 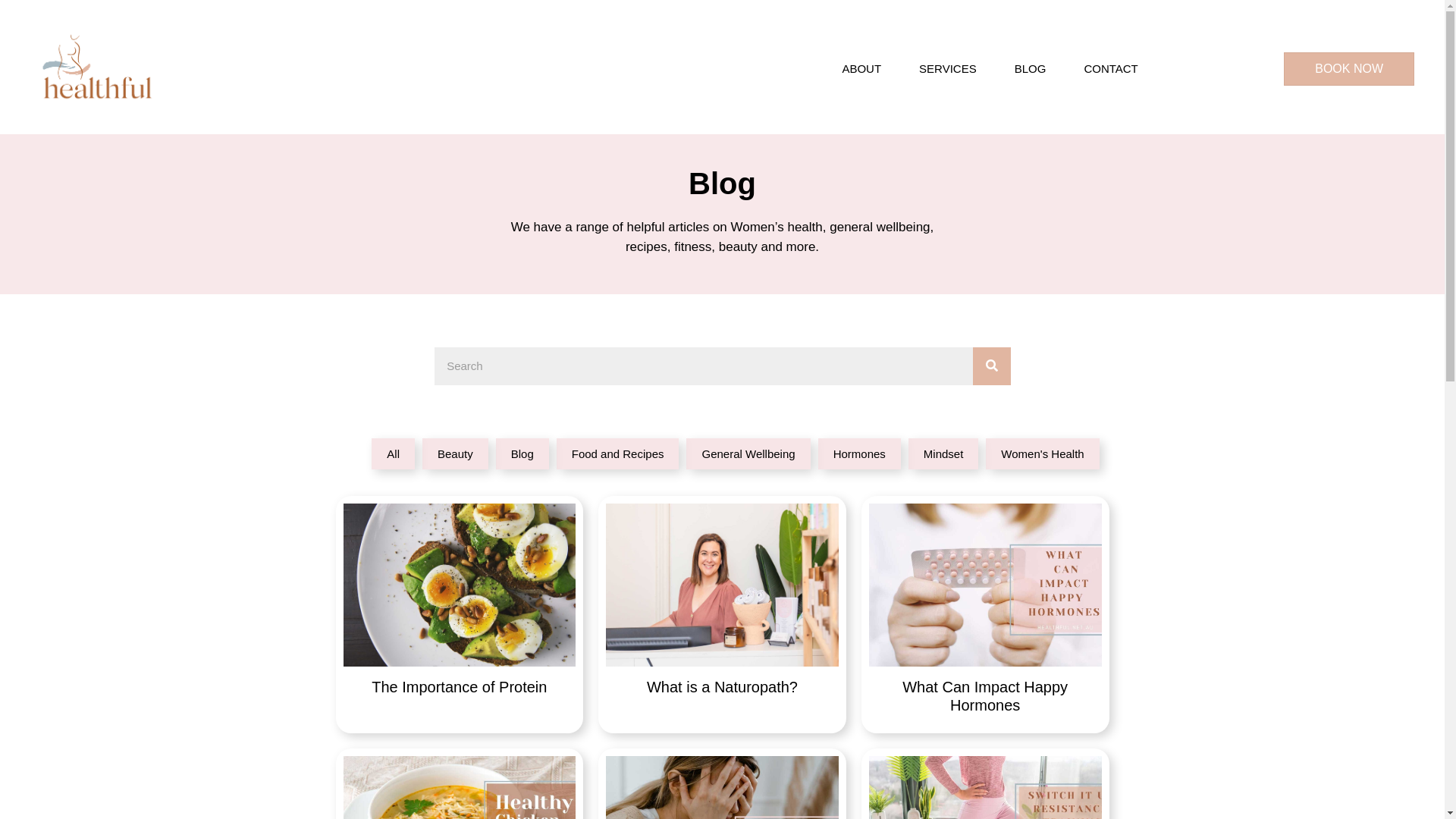 What do you see at coordinates (458, 584) in the screenshot?
I see `'the-importance-of-protein-healthful-wellness'` at bounding box center [458, 584].